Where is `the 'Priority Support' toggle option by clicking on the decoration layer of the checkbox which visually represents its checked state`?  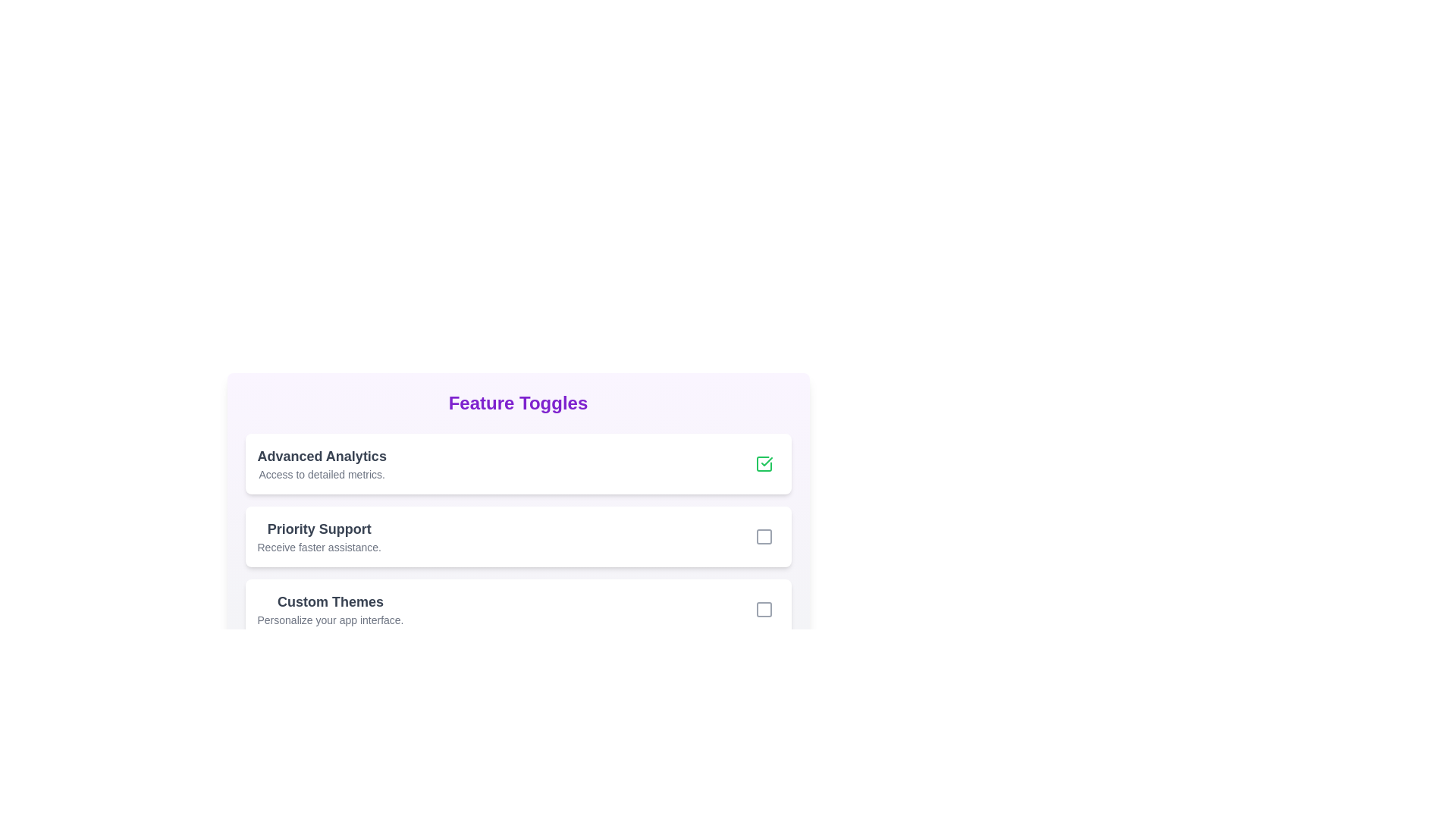 the 'Priority Support' toggle option by clicking on the decoration layer of the checkbox which visually represents its checked state is located at coordinates (764, 536).